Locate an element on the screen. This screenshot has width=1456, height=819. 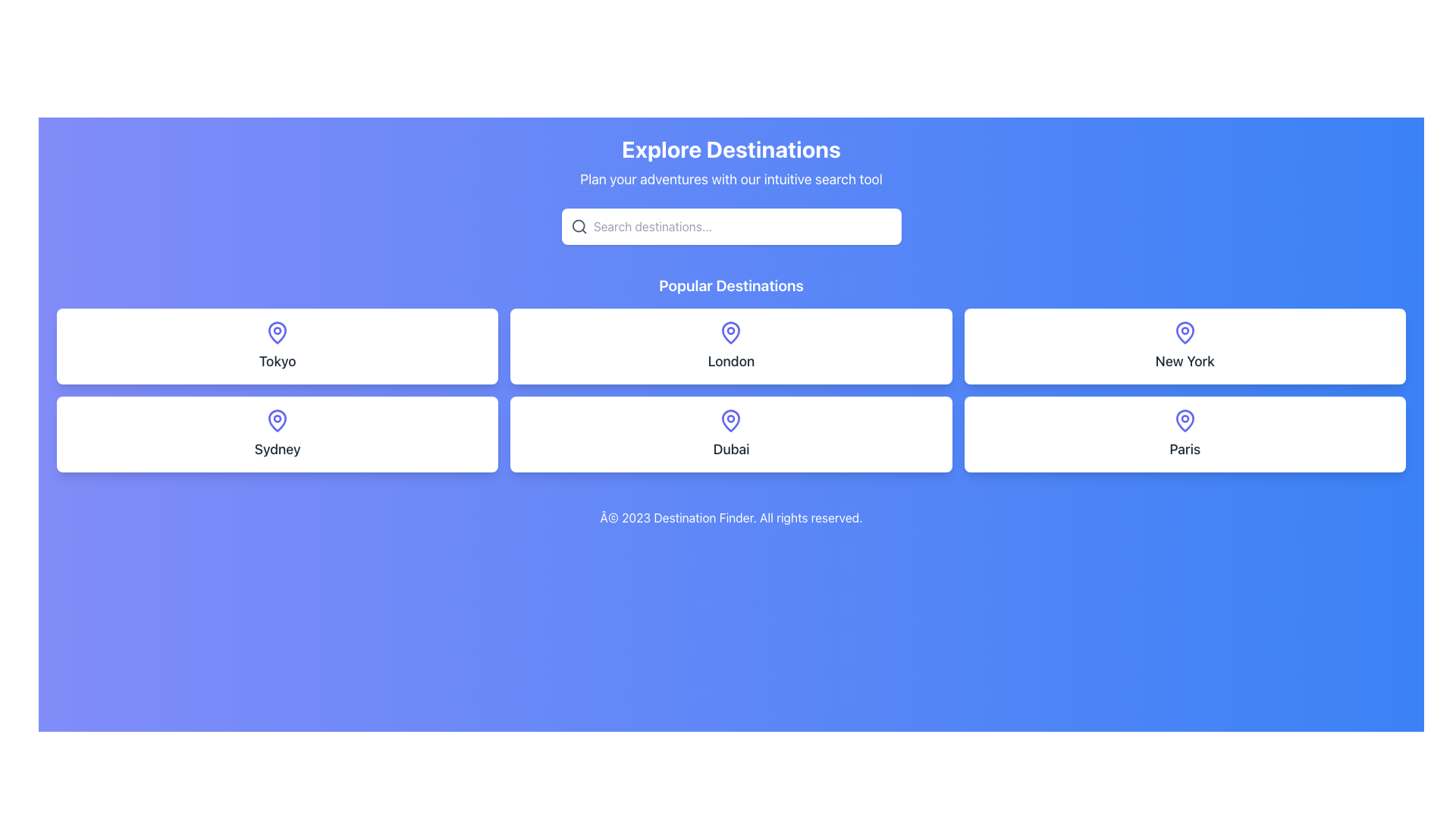
the magnifying glass icon located on the leftmost side of the search bar below the 'Explore Destinations' header is located at coordinates (578, 227).